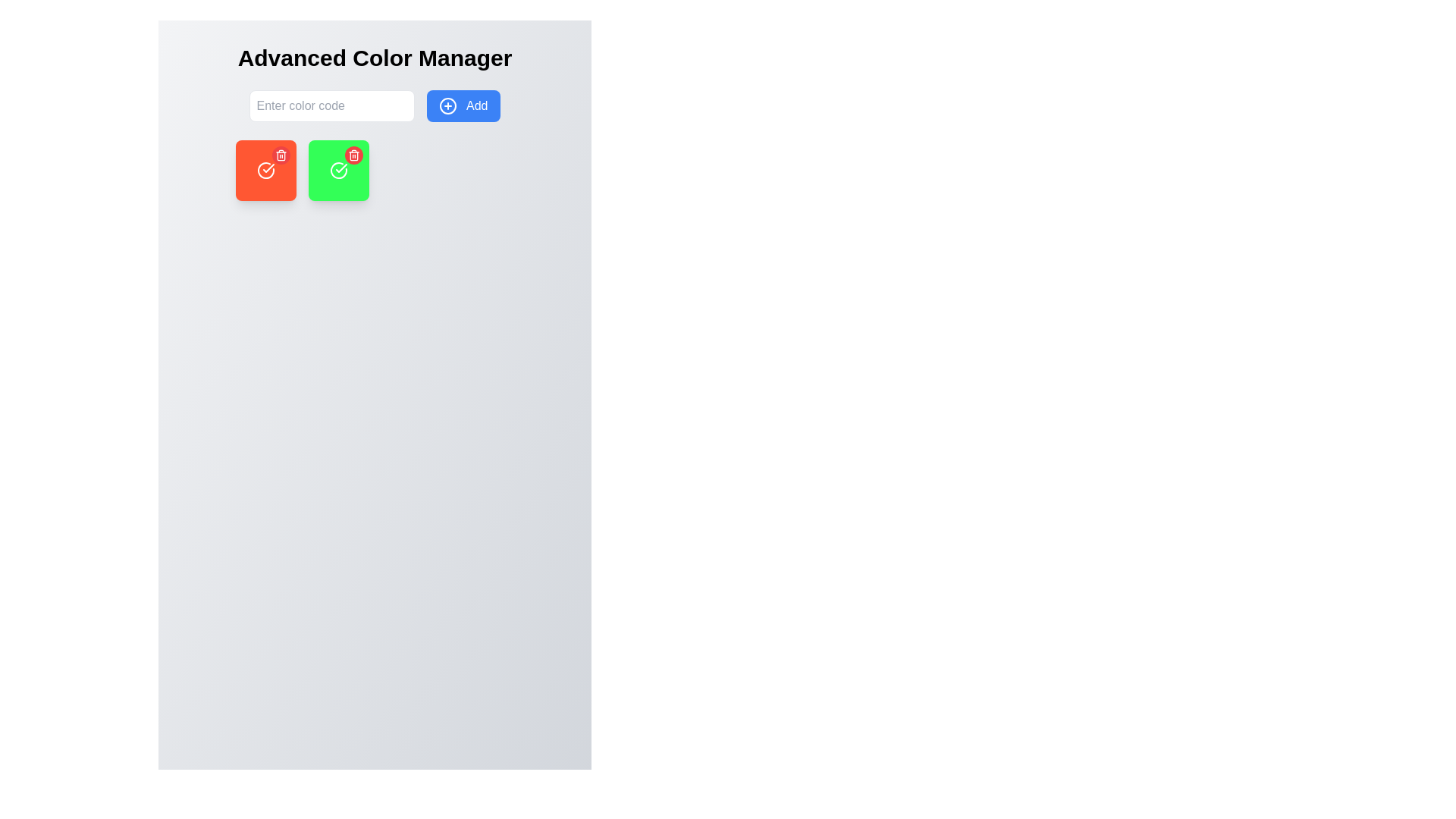 The image size is (1456, 819). Describe the element at coordinates (265, 170) in the screenshot. I see `the circular checkmark icon with a white stroke on a green background to confirm` at that location.